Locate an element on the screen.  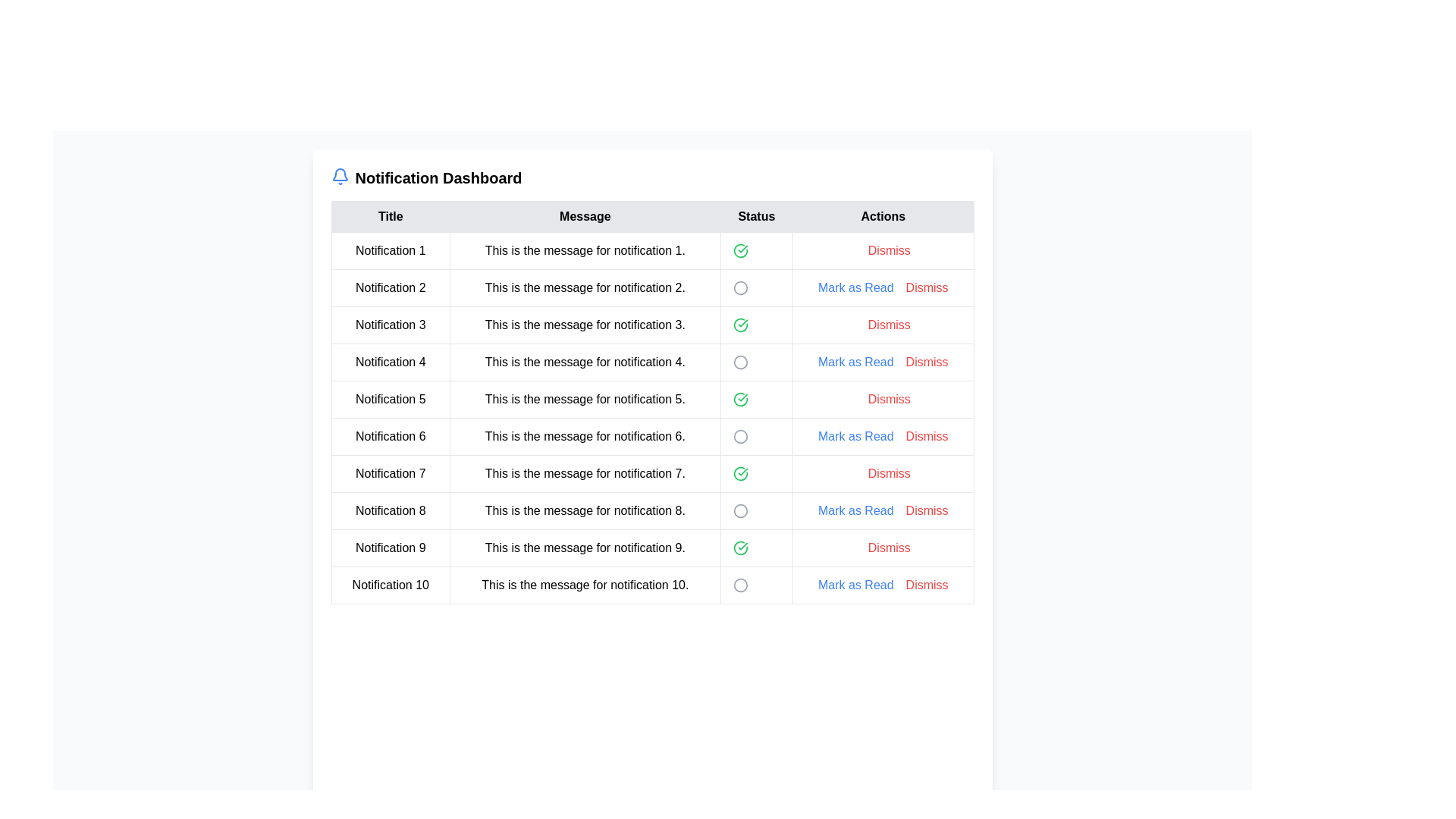
the 'Mark as Read' text button in the 'Actions' column for the 'Notification 2' row to mark the notification as read is located at coordinates (883, 288).